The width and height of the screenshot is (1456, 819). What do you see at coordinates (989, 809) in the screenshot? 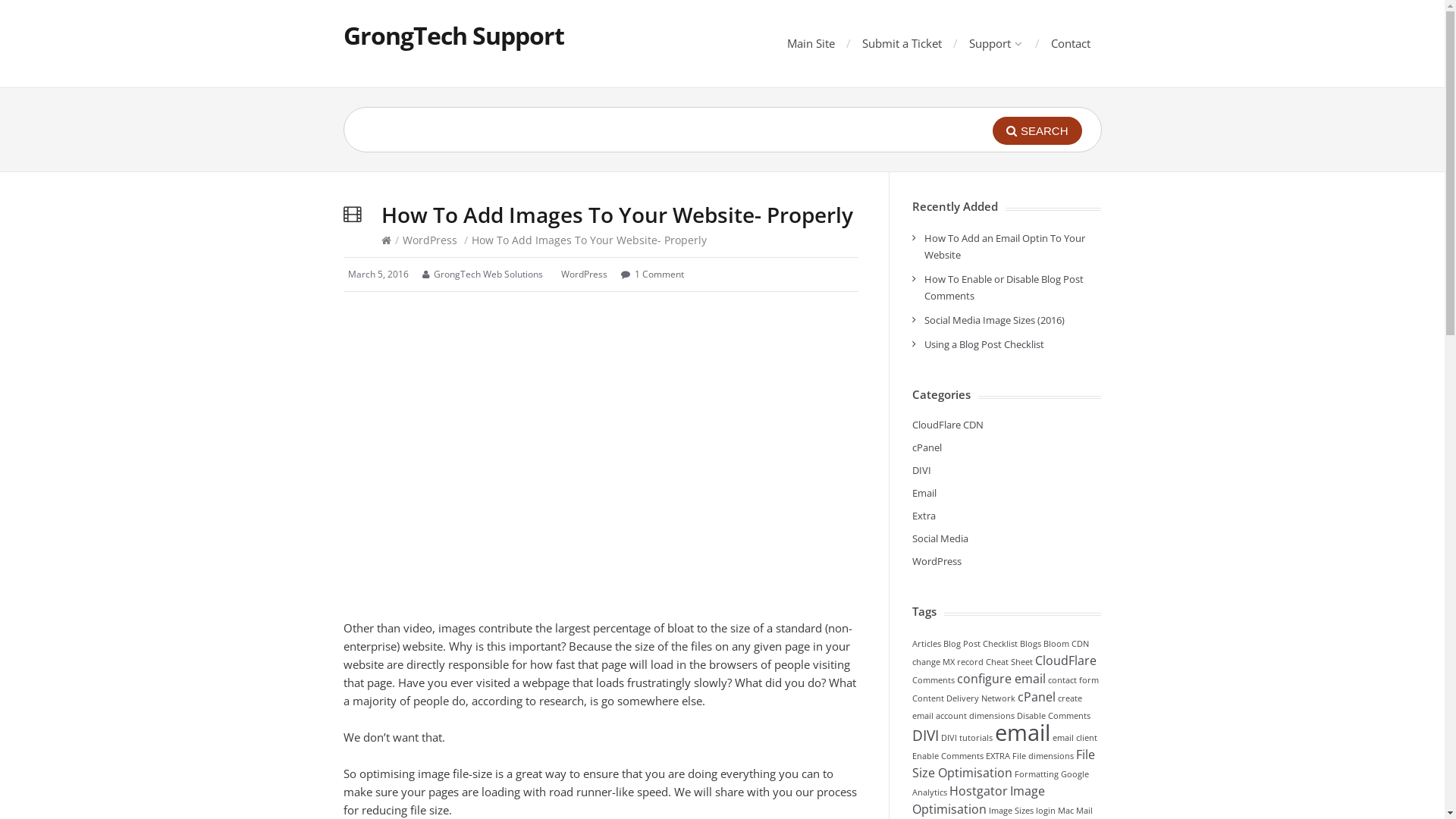
I see `'Image Sizes'` at bounding box center [989, 809].